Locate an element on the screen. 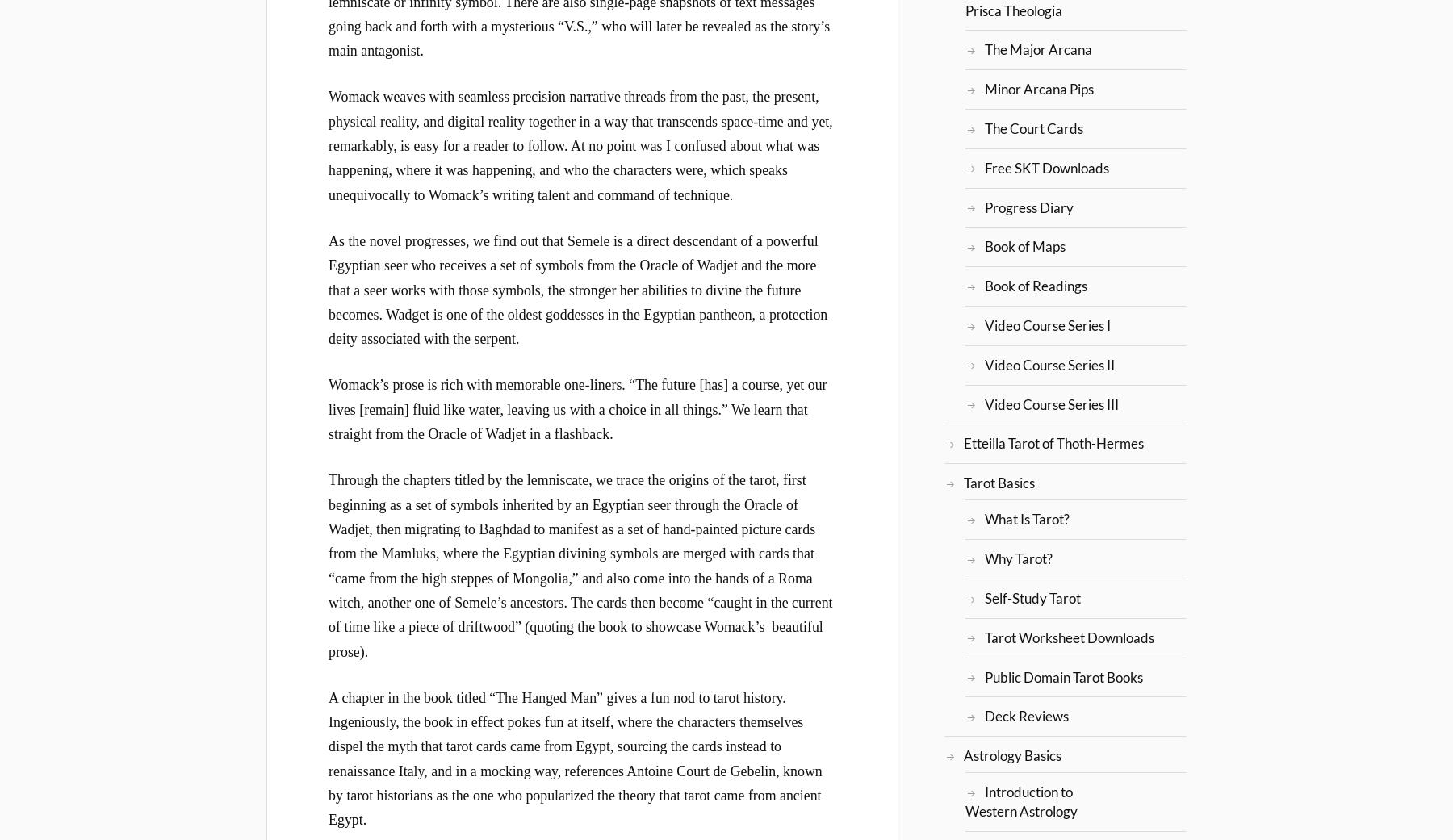 The height and width of the screenshot is (840, 1453). 'Book of Maps' is located at coordinates (1024, 245).